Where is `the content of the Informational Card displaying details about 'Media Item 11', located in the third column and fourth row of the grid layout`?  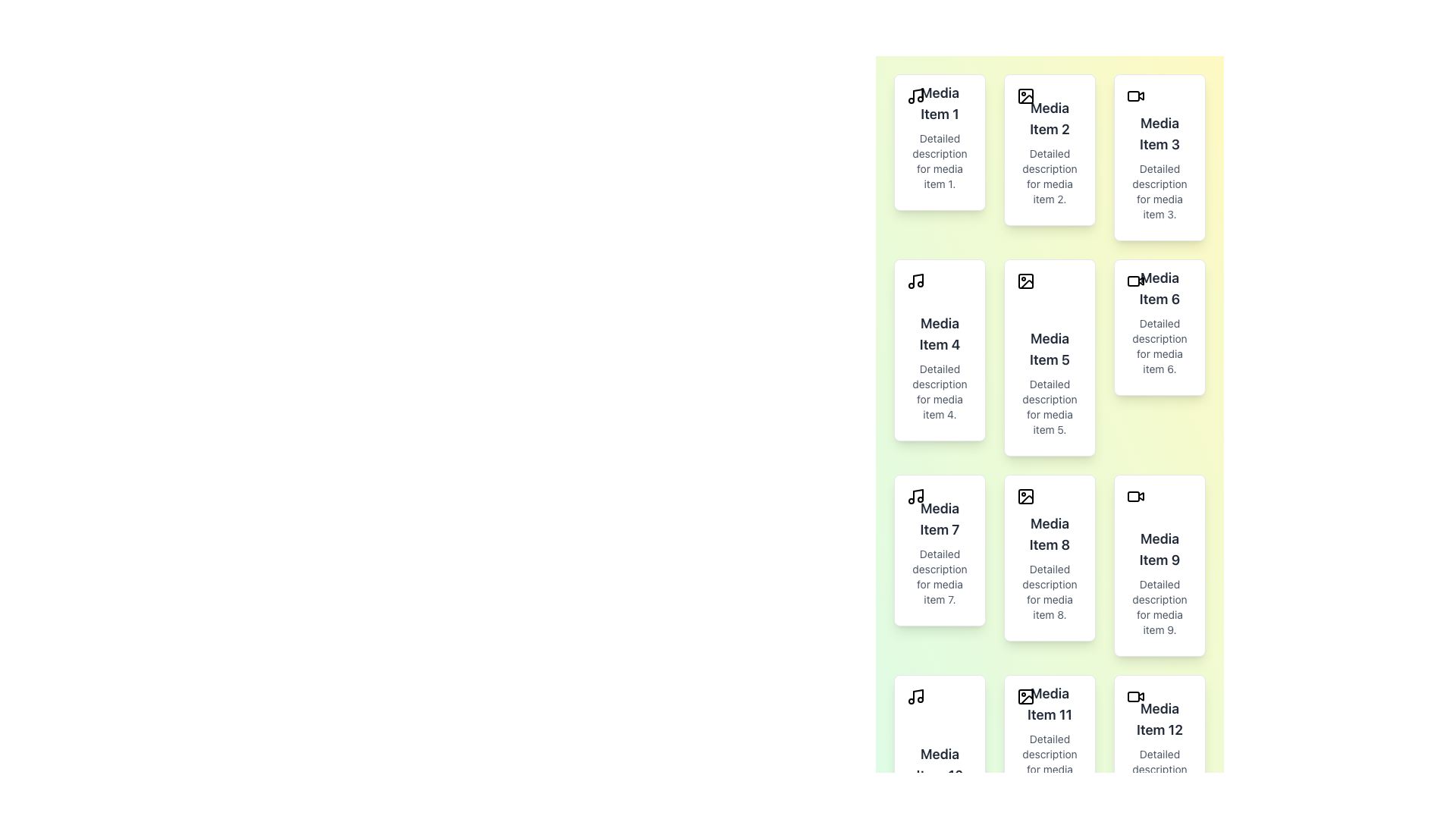
the content of the Informational Card displaying details about 'Media Item 11', located in the third column and fourth row of the grid layout is located at coordinates (1049, 742).